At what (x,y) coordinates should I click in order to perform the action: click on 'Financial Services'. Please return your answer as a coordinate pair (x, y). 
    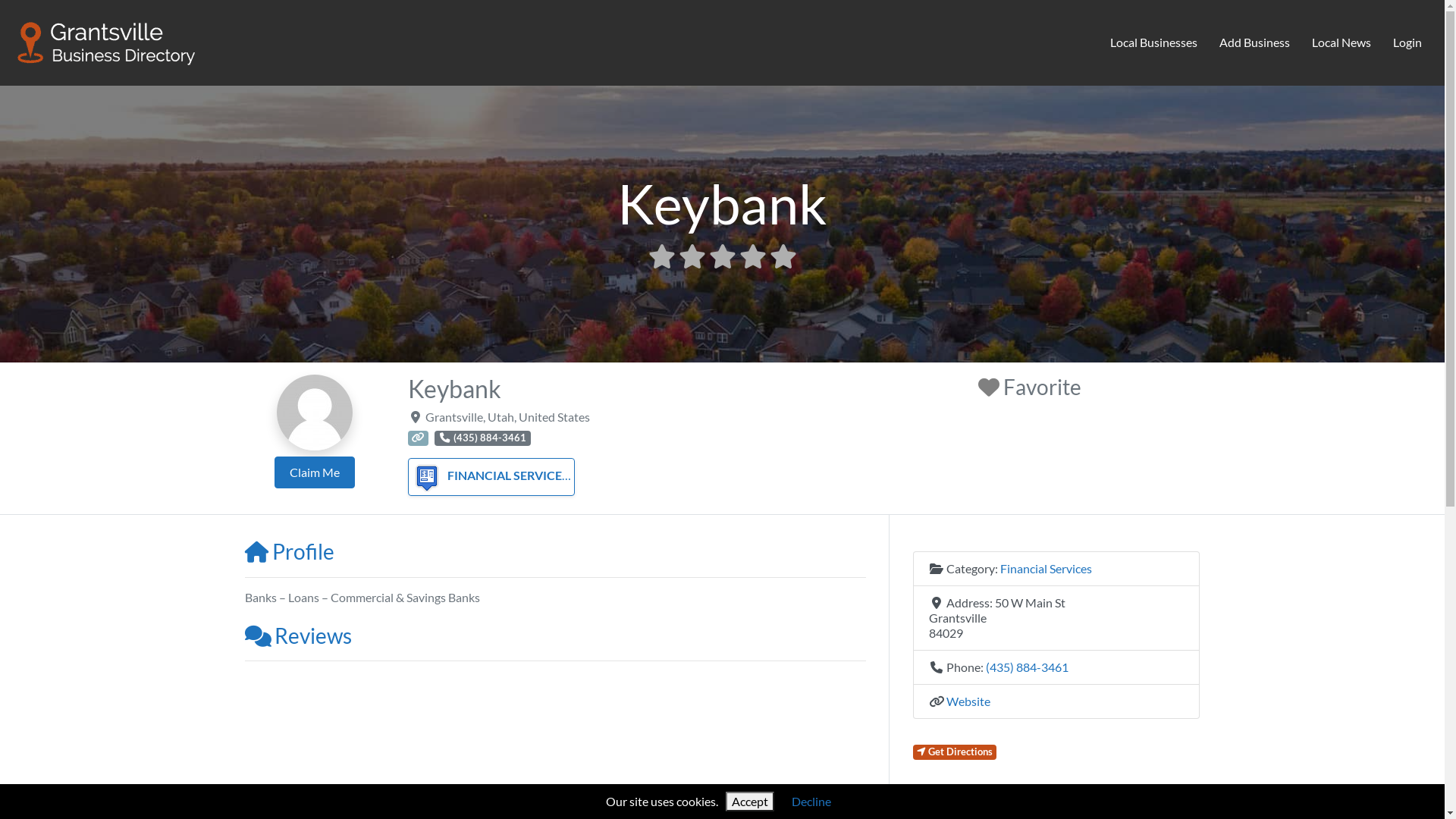
    Looking at the image, I should click on (1044, 568).